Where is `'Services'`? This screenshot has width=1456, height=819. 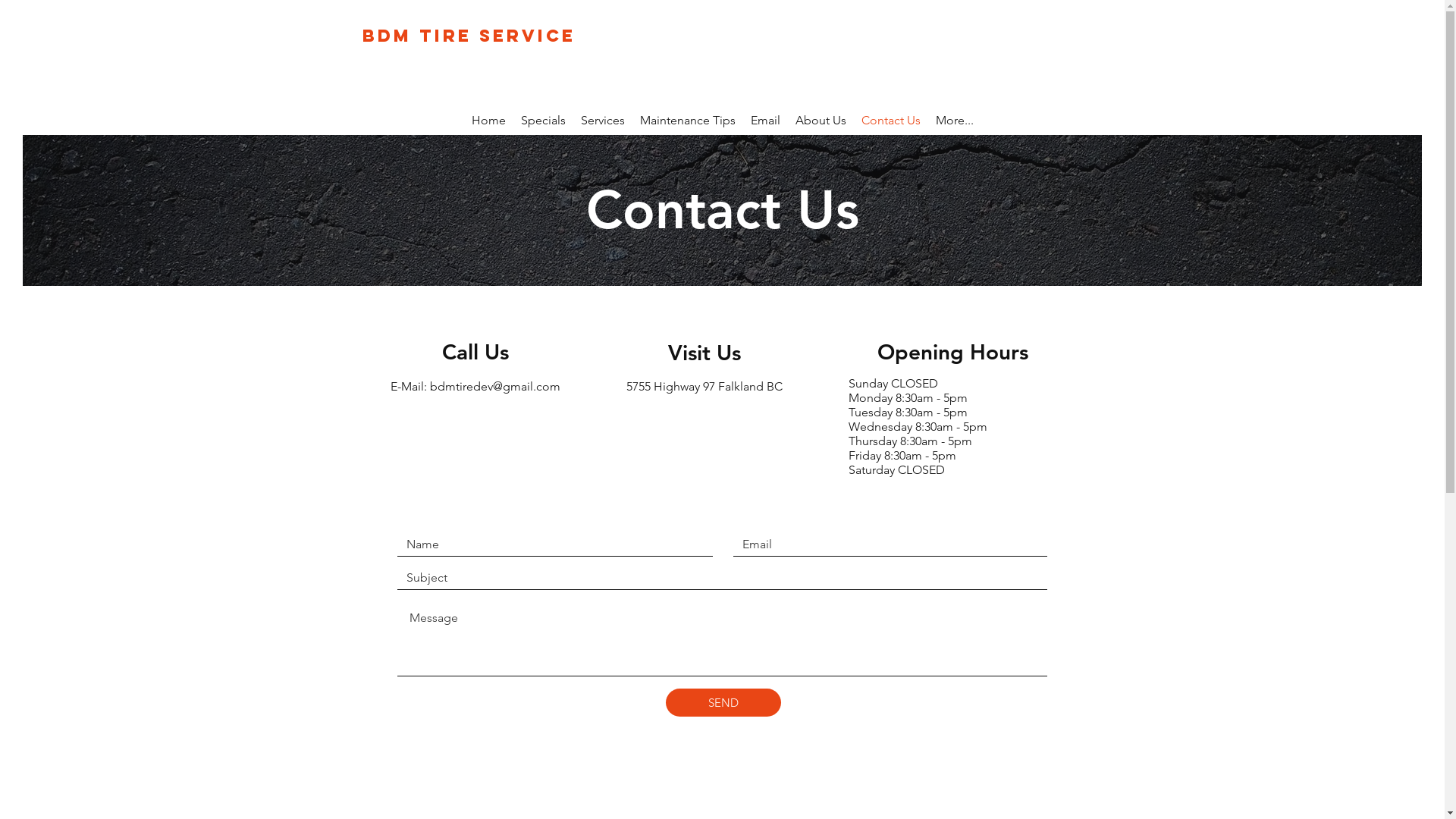
'Services' is located at coordinates (602, 122).